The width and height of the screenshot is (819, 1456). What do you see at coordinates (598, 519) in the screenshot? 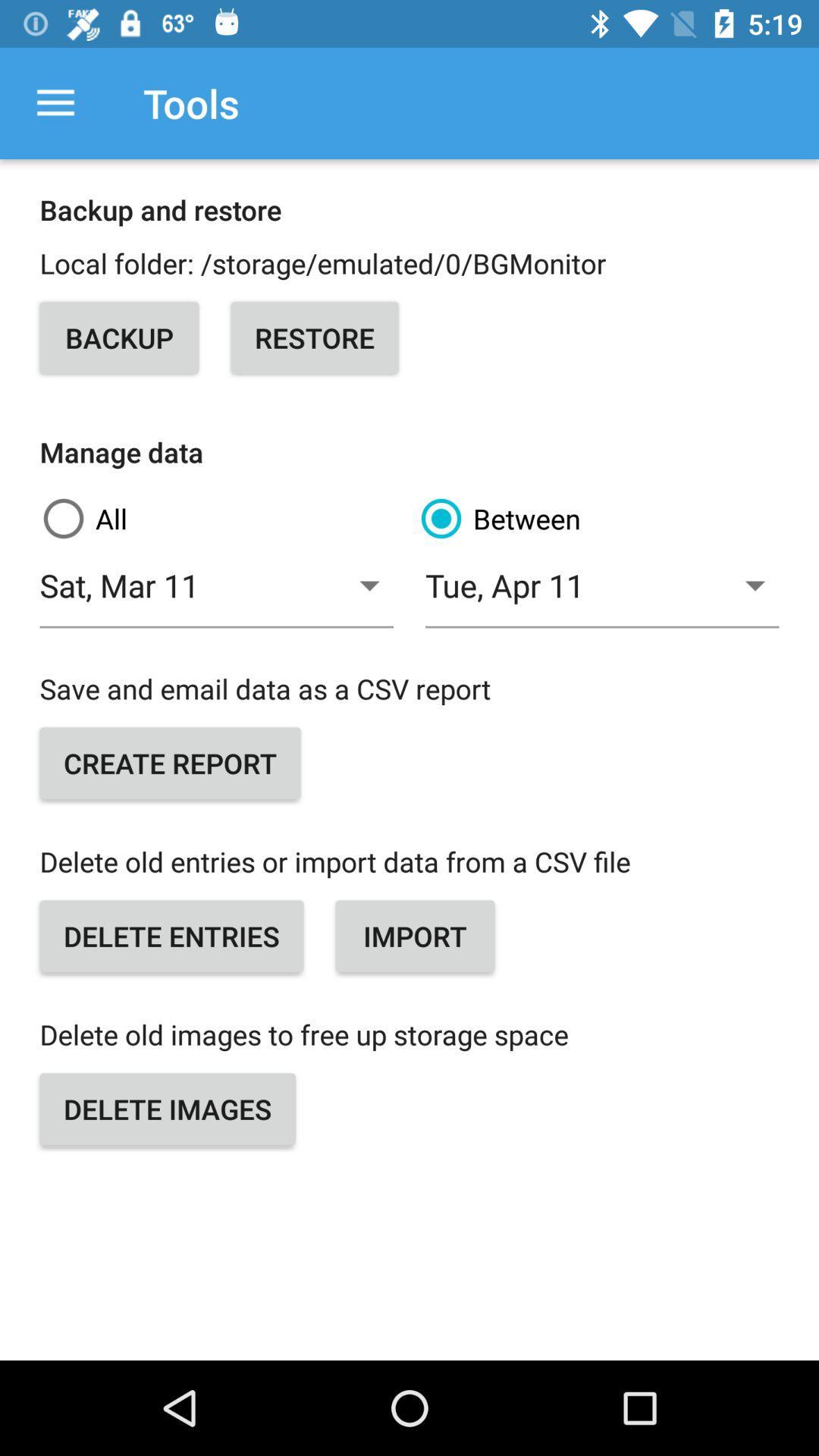
I see `the item above sat, mar 11 icon` at bounding box center [598, 519].